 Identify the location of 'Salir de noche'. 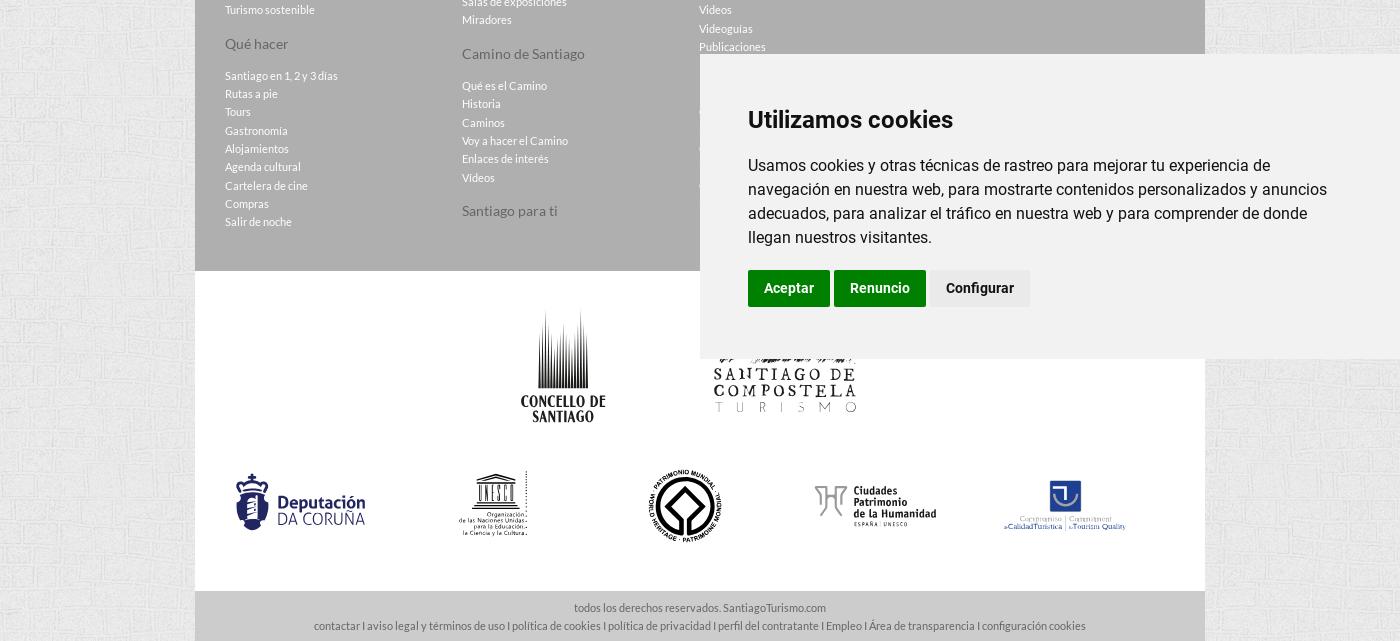
(258, 221).